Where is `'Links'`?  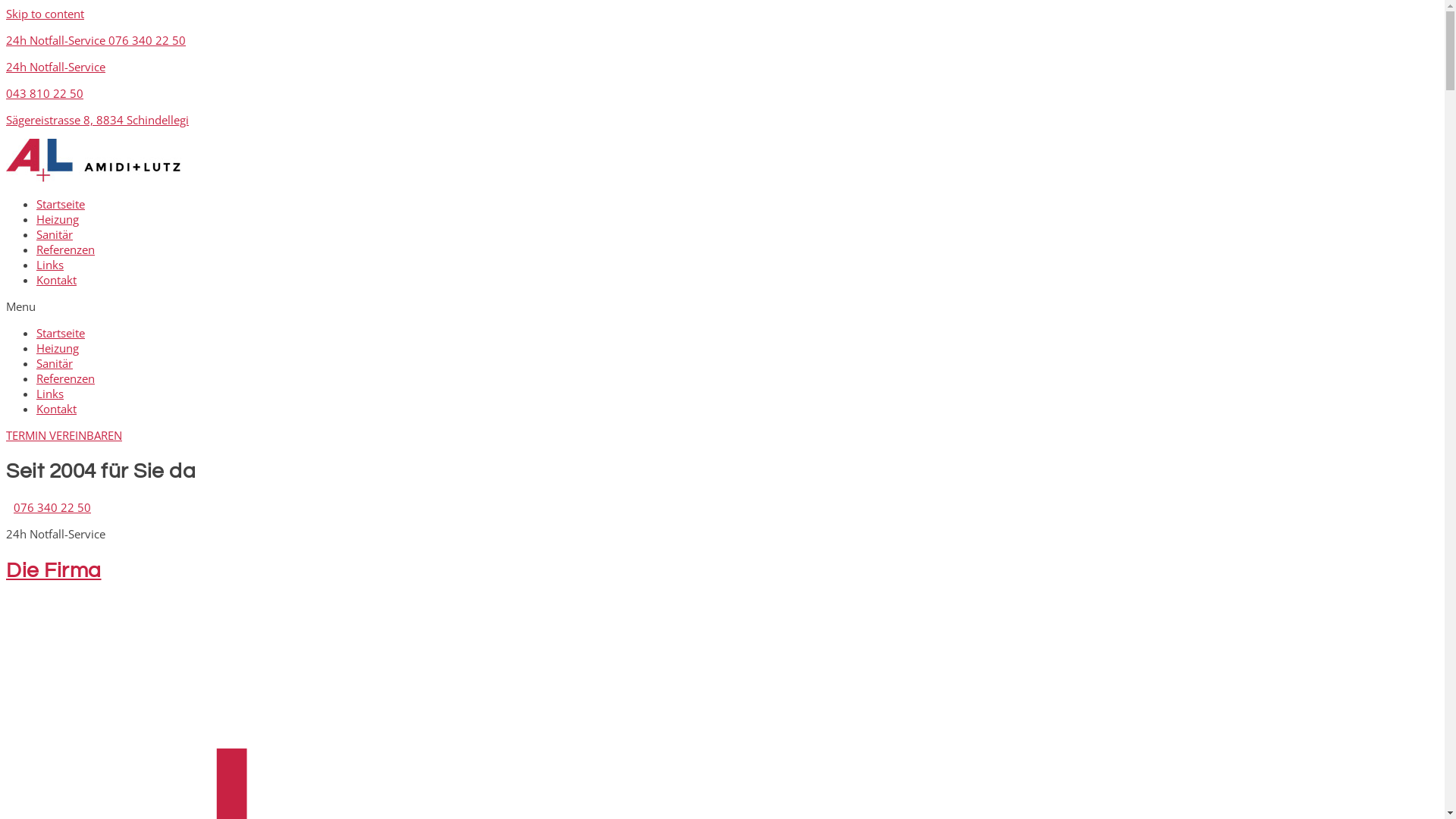 'Links' is located at coordinates (36, 393).